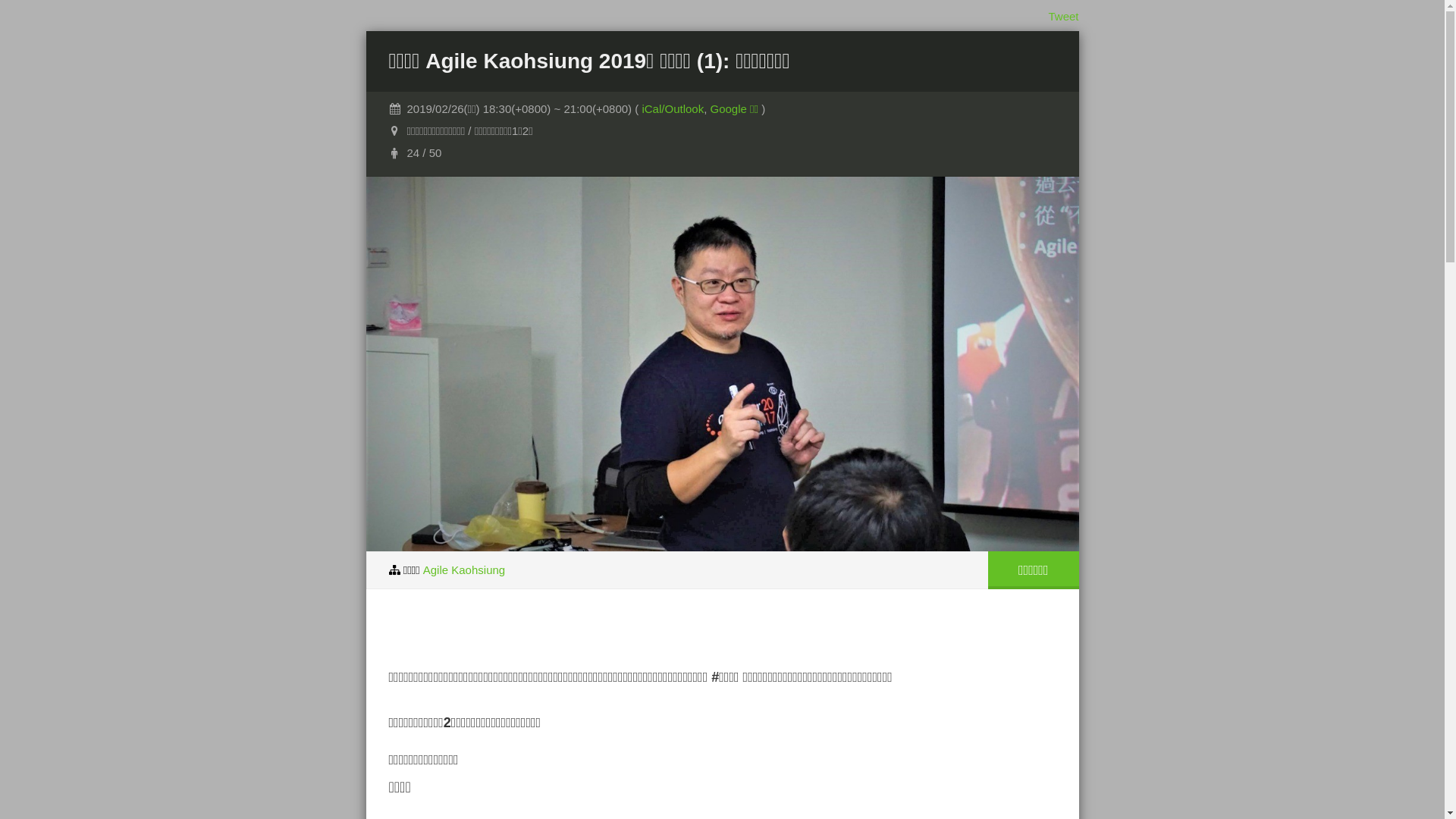  What do you see at coordinates (672, 108) in the screenshot?
I see `'iCal/Outlook'` at bounding box center [672, 108].